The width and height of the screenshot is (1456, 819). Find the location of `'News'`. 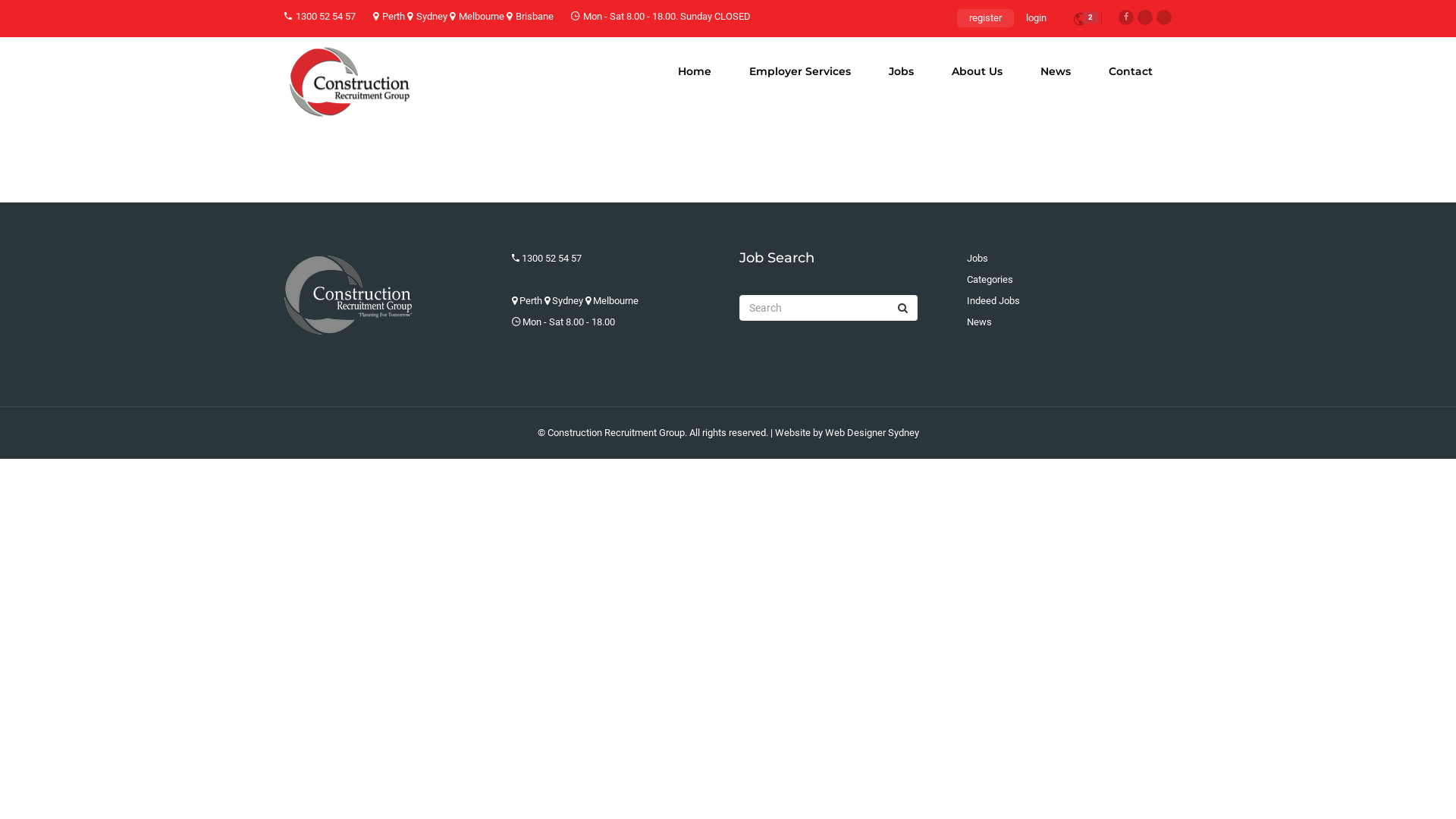

'News' is located at coordinates (979, 321).